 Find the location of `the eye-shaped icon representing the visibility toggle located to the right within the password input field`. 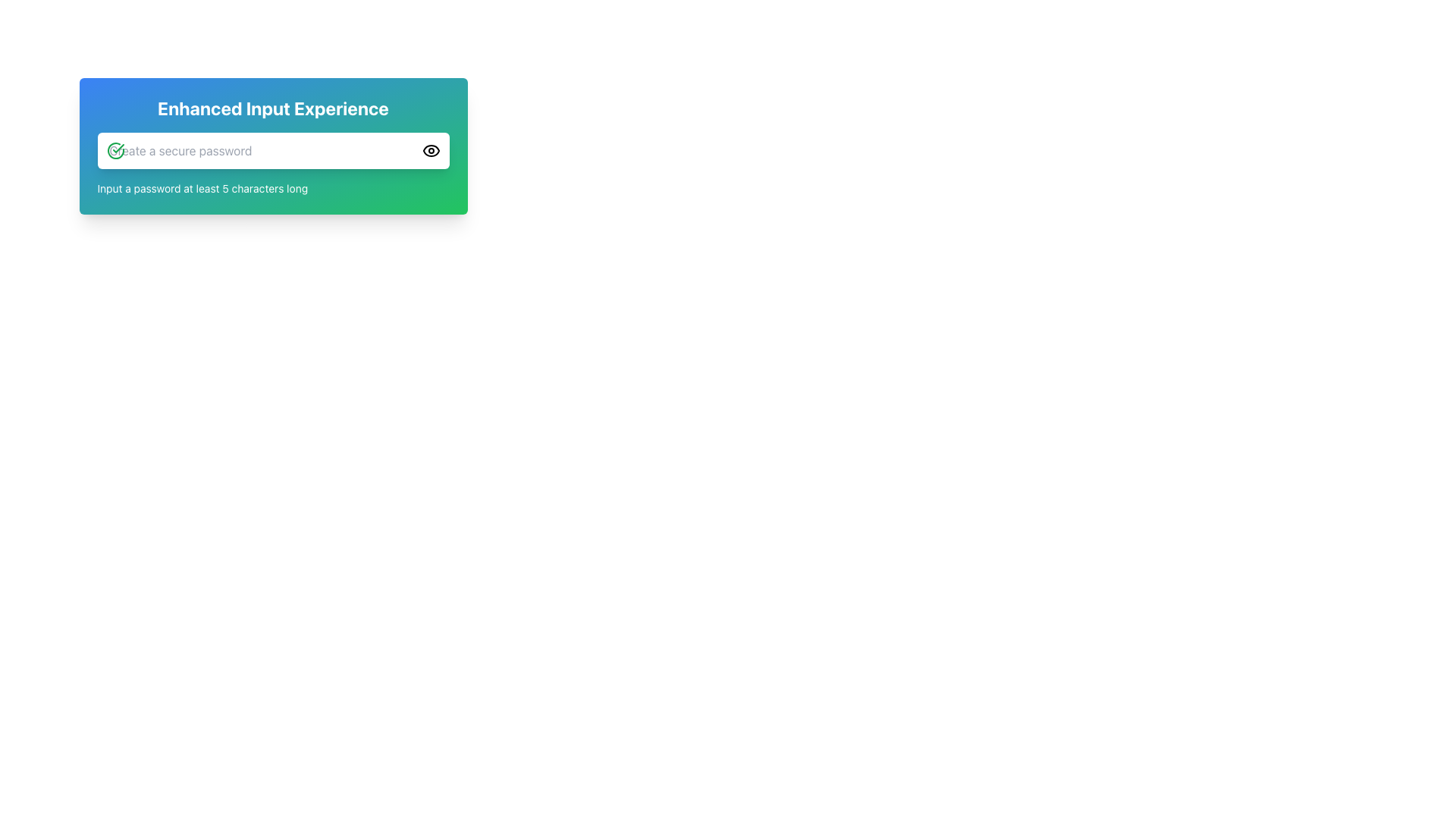

the eye-shaped icon representing the visibility toggle located to the right within the password input field is located at coordinates (430, 151).